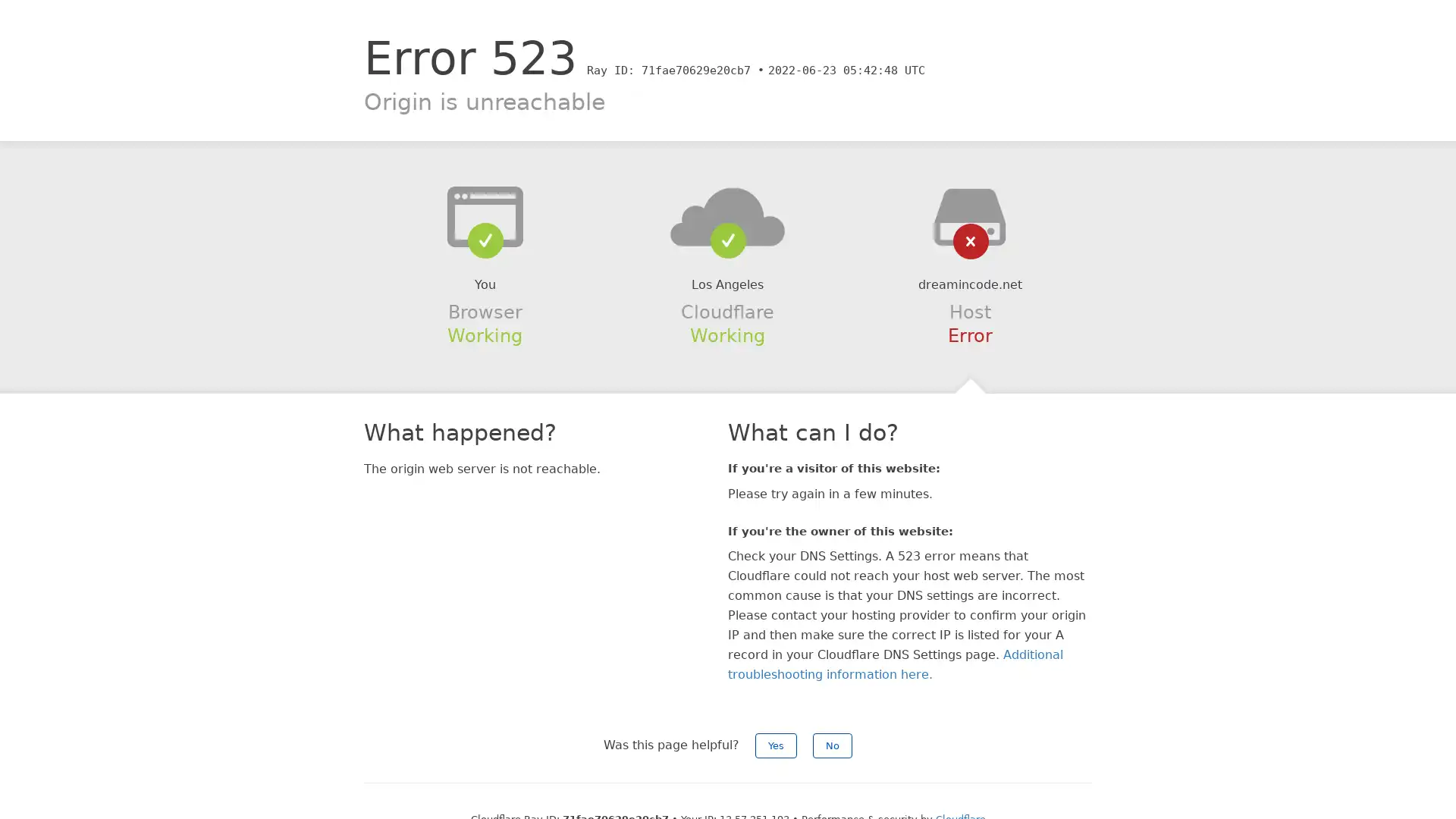 This screenshot has height=819, width=1456. What do you see at coordinates (832, 745) in the screenshot?
I see `No` at bounding box center [832, 745].